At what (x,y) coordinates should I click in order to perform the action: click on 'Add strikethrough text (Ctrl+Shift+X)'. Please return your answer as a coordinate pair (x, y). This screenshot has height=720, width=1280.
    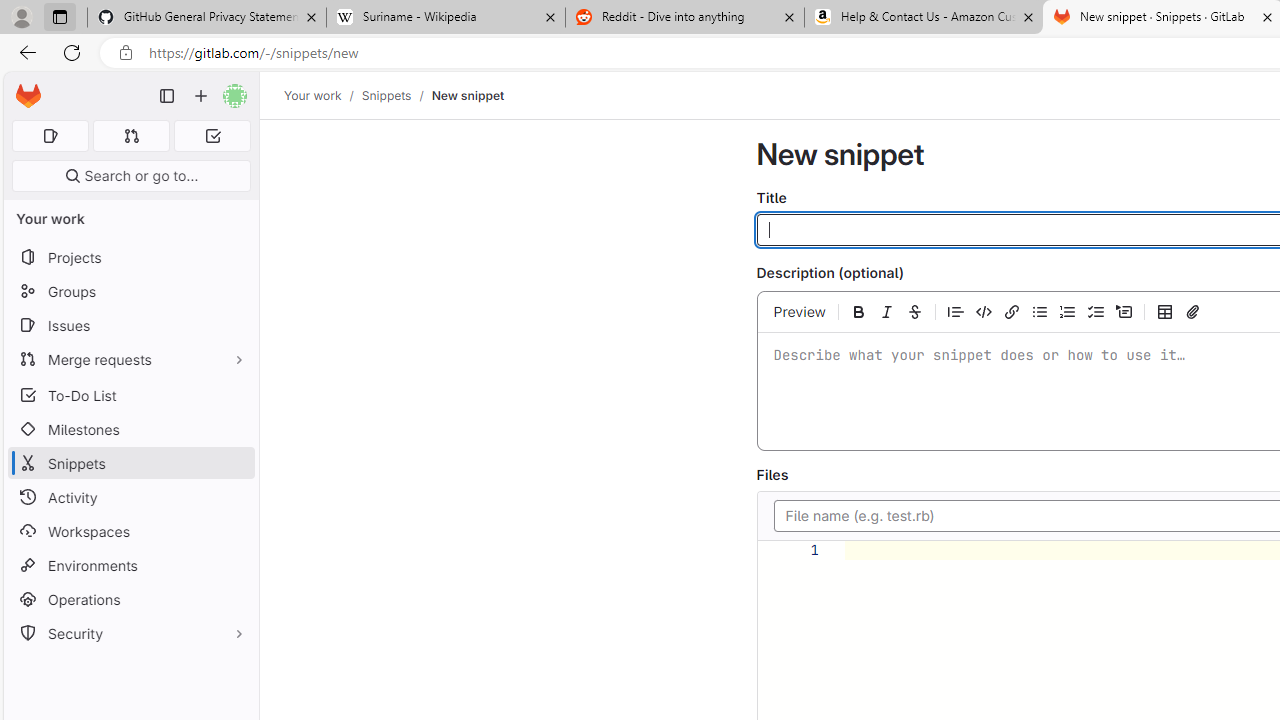
    Looking at the image, I should click on (913, 311).